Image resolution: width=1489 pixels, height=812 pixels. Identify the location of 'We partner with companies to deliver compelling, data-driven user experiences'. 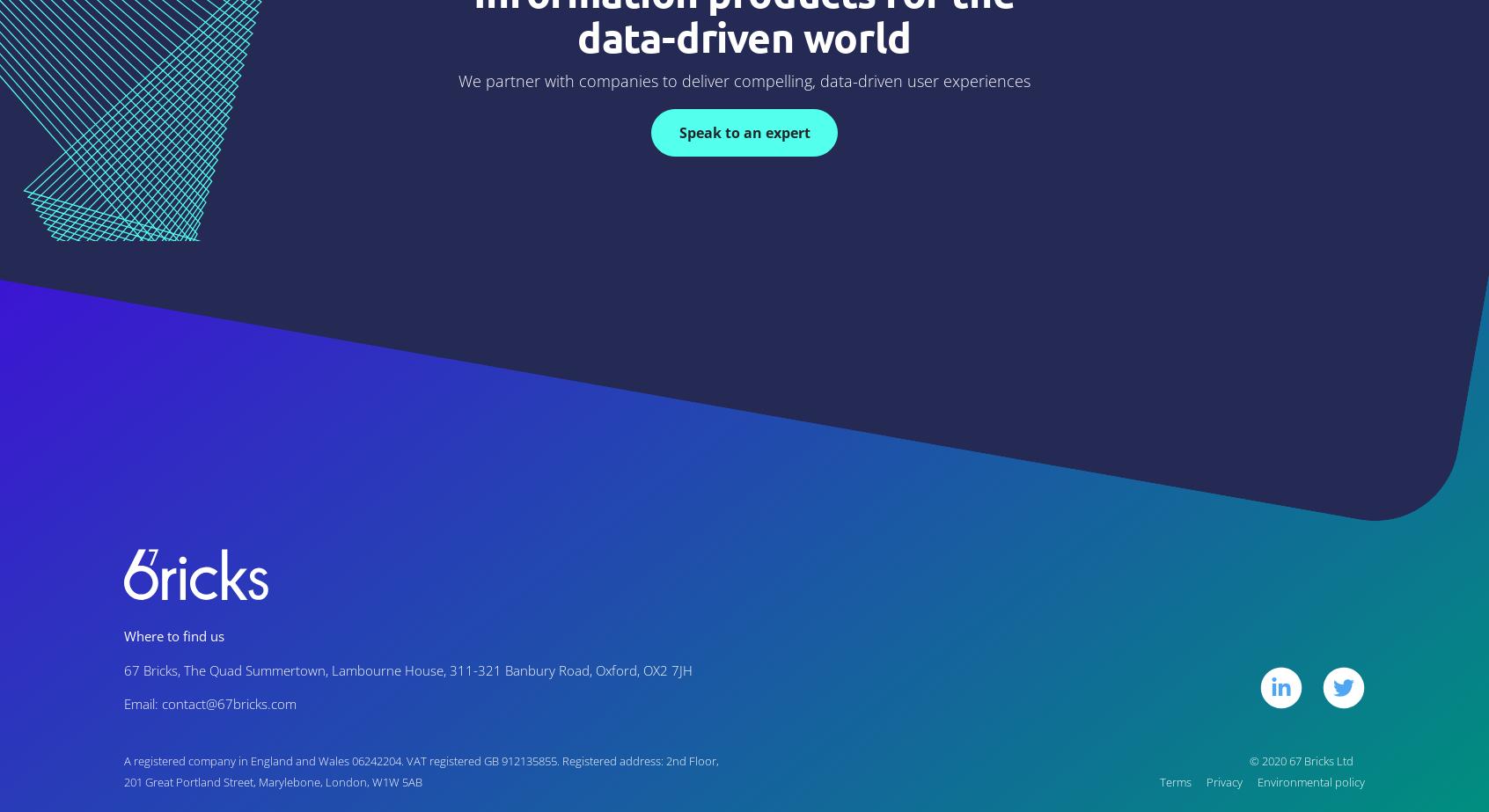
(744, 80).